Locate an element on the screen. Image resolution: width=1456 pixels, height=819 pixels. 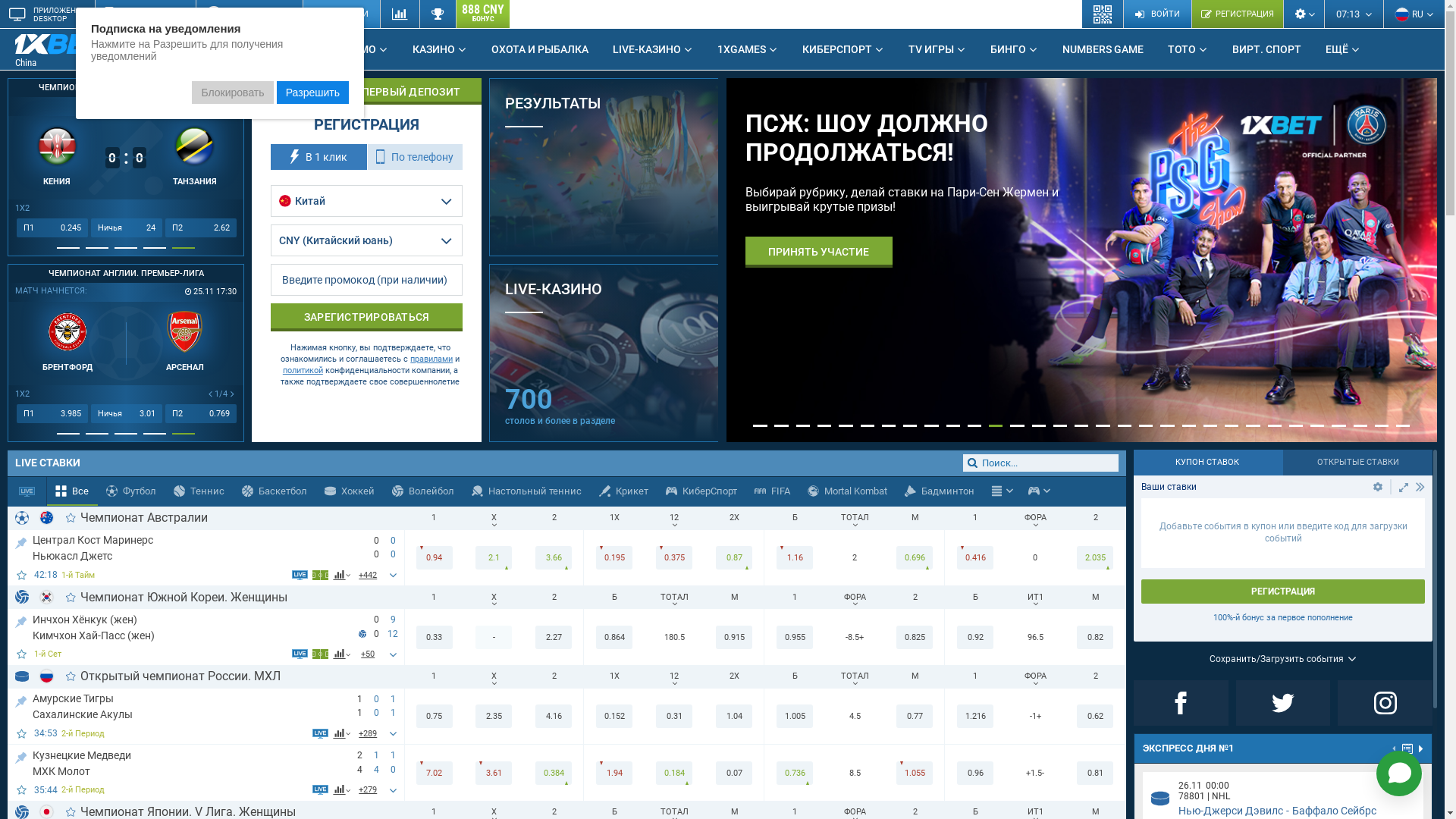
'NUMBERS GAME' is located at coordinates (1103, 49).